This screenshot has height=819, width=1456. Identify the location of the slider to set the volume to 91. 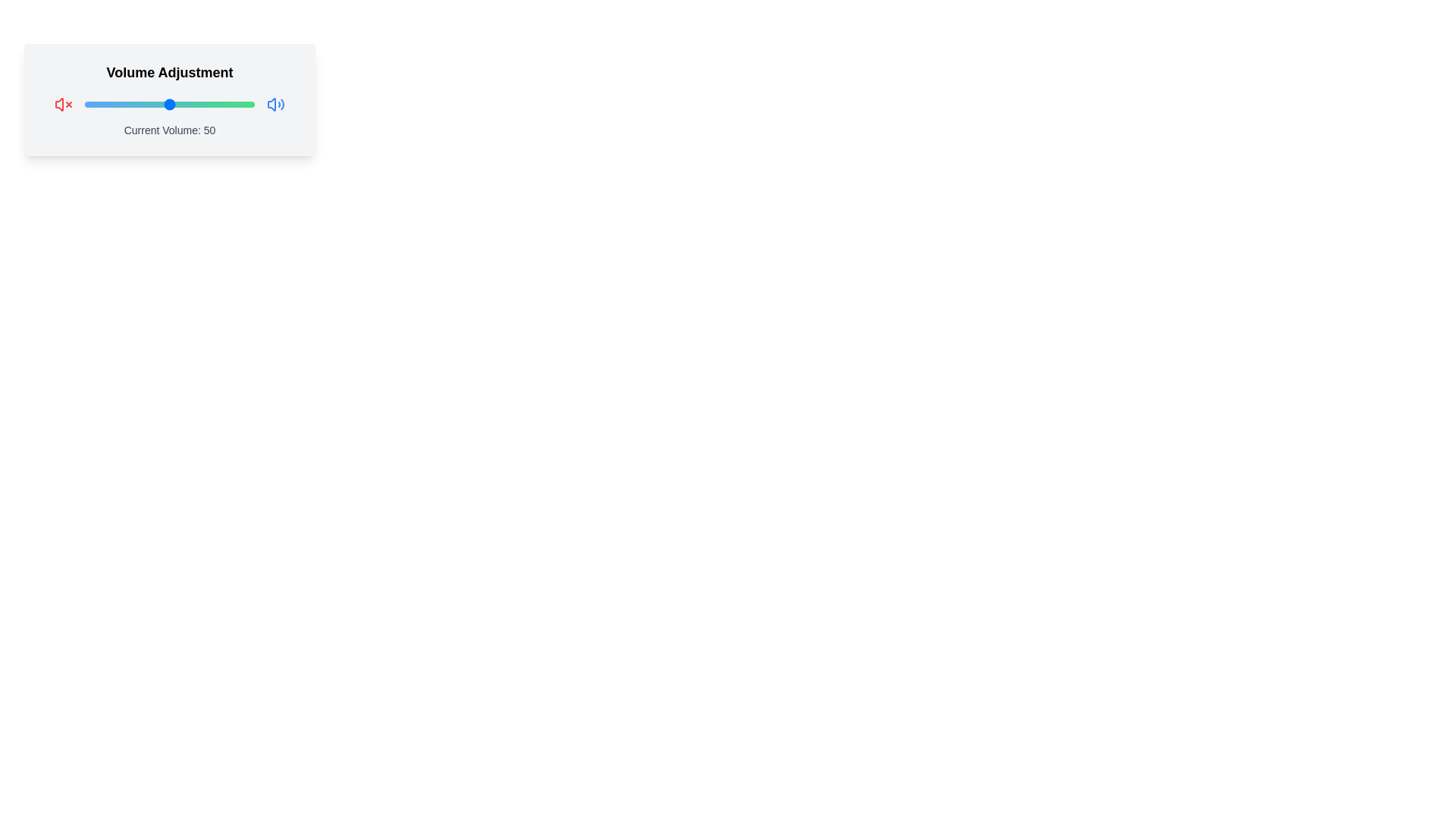
(238, 104).